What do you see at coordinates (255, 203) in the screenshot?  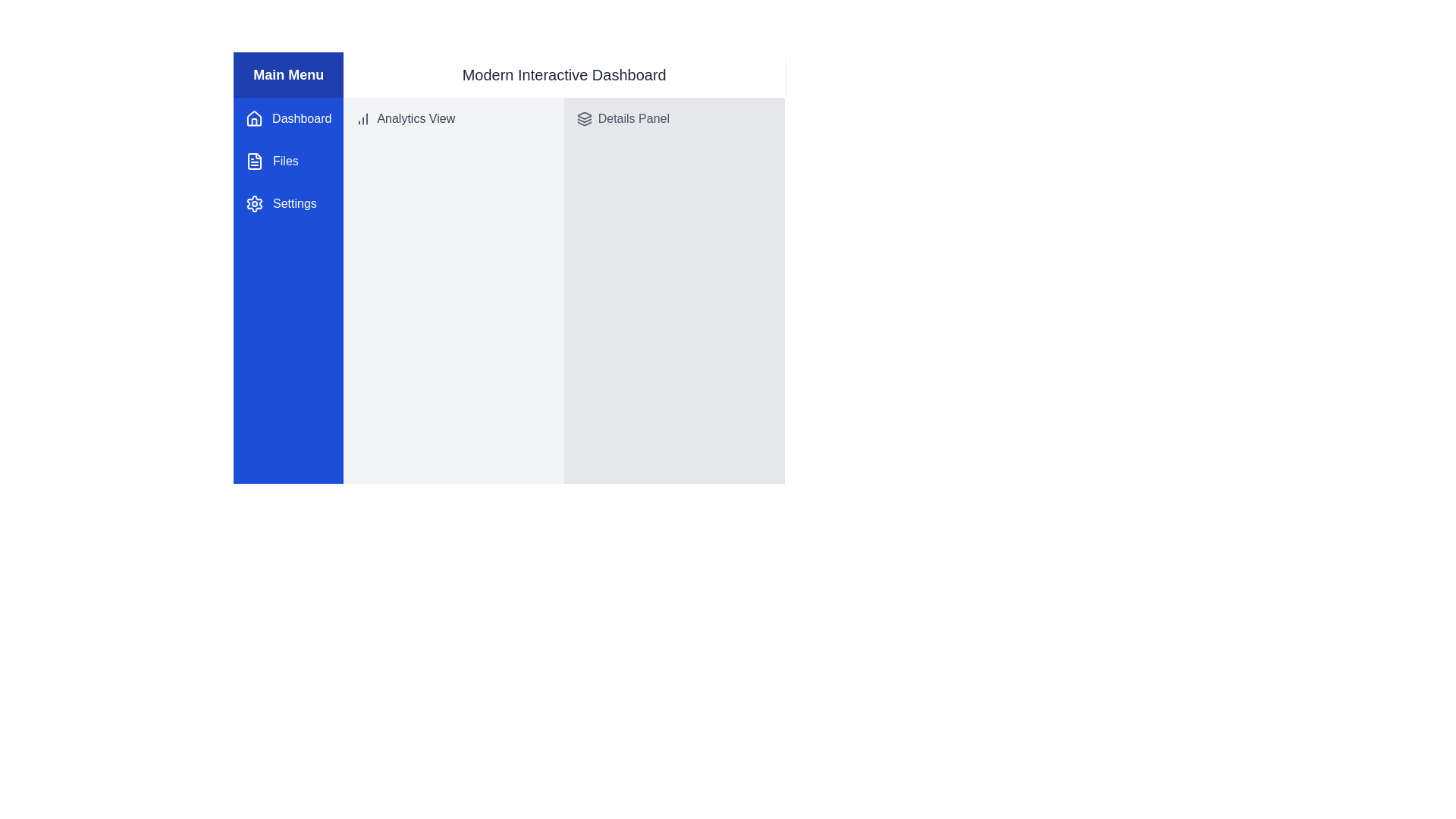 I see `the gear-shaped graphical icon located` at bounding box center [255, 203].